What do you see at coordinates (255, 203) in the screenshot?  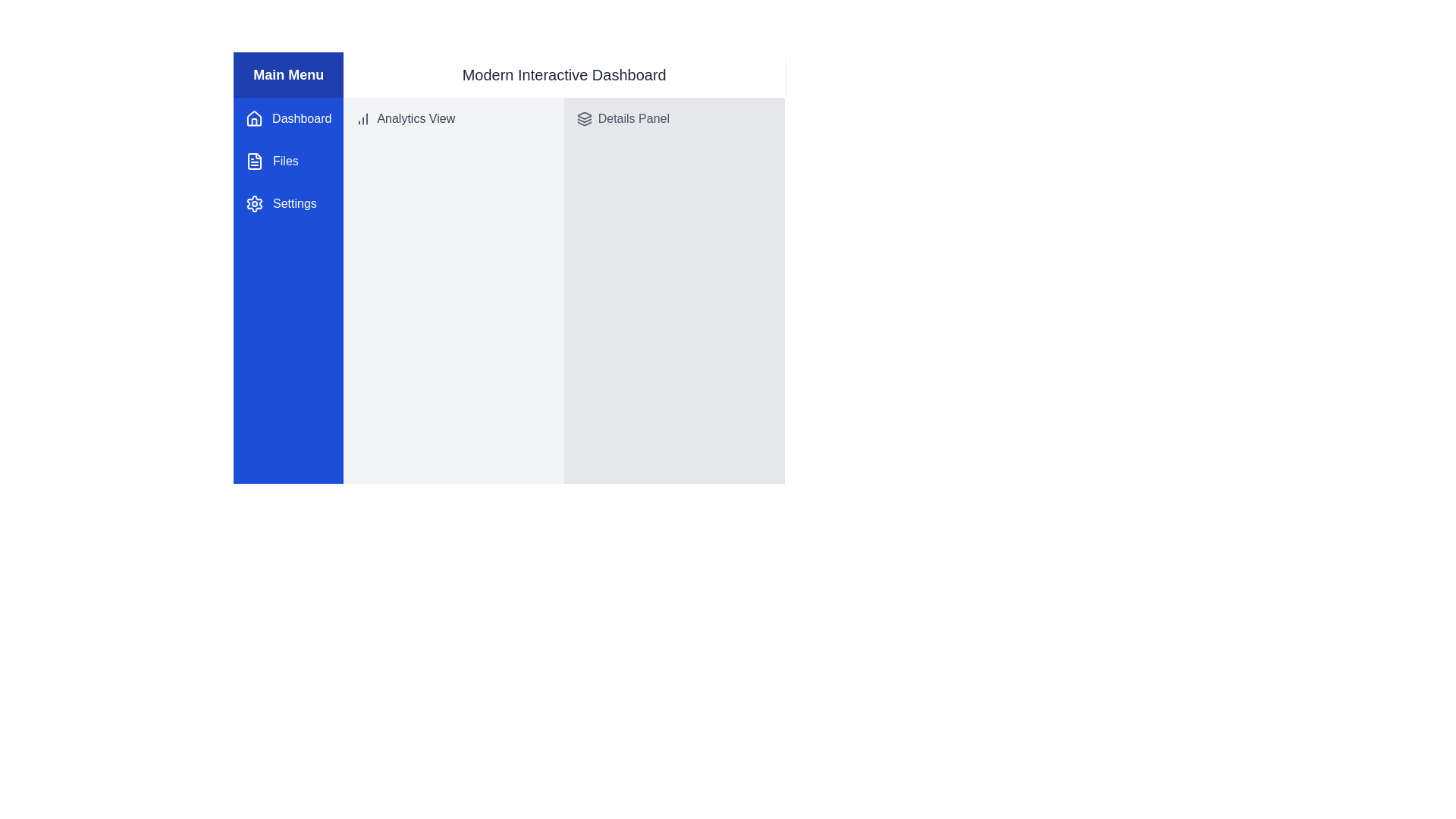 I see `the gear-shaped graphical icon located` at bounding box center [255, 203].